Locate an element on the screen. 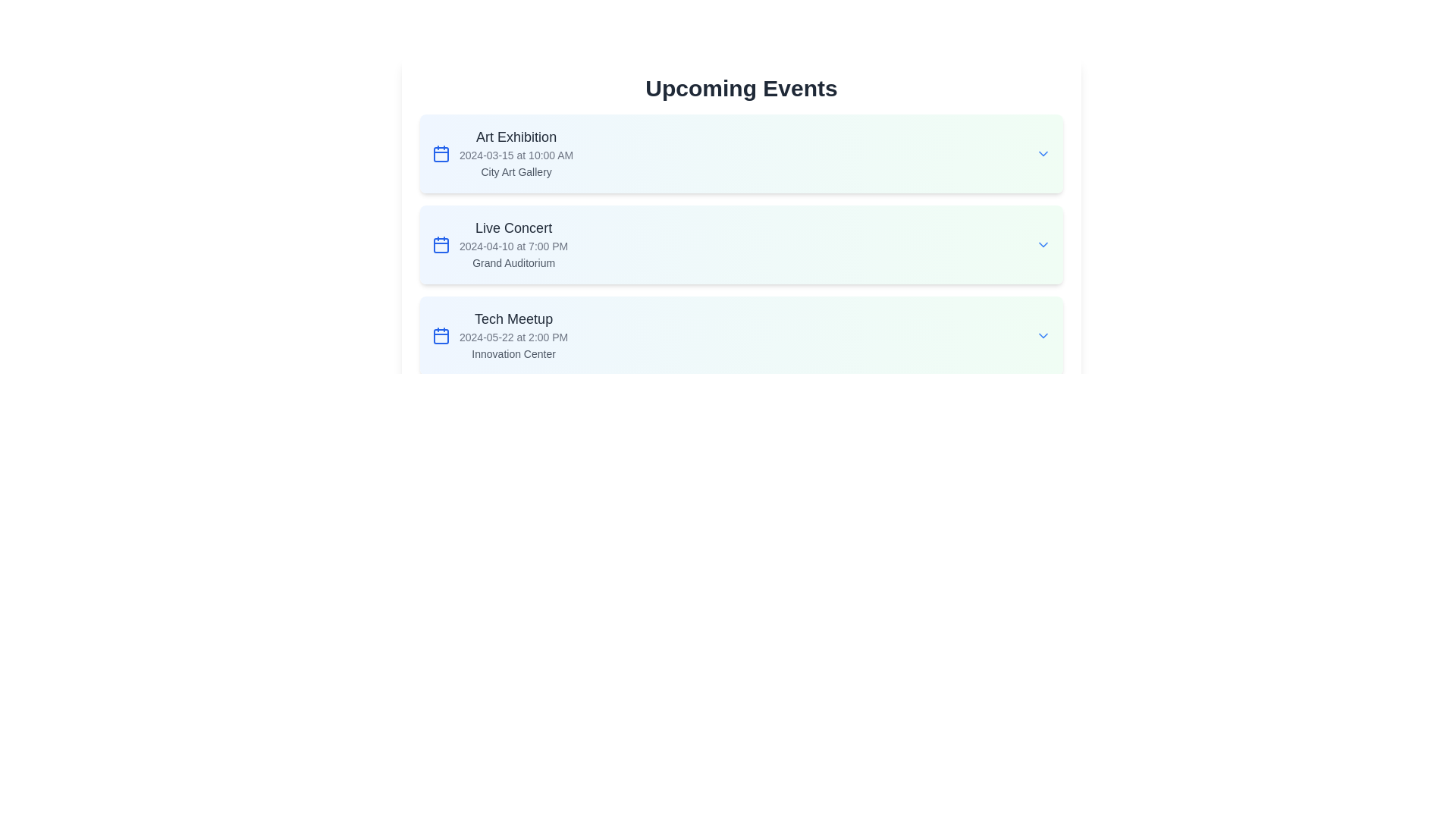  the third list item representing the event 'Tech Meetup' located under the 'Upcoming Events' header is located at coordinates (500, 335).